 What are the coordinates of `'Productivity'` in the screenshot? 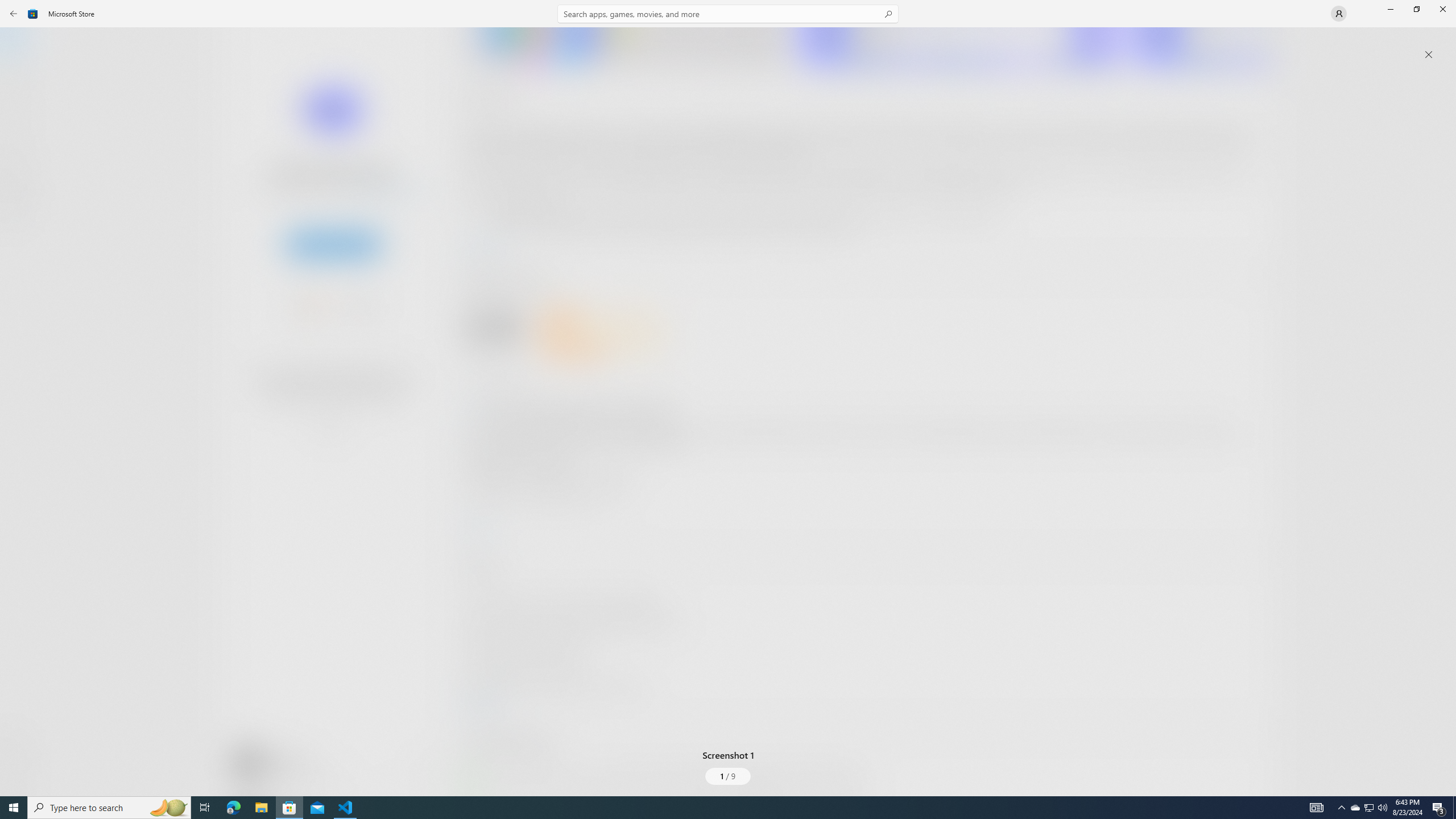 It's located at (329, 427).